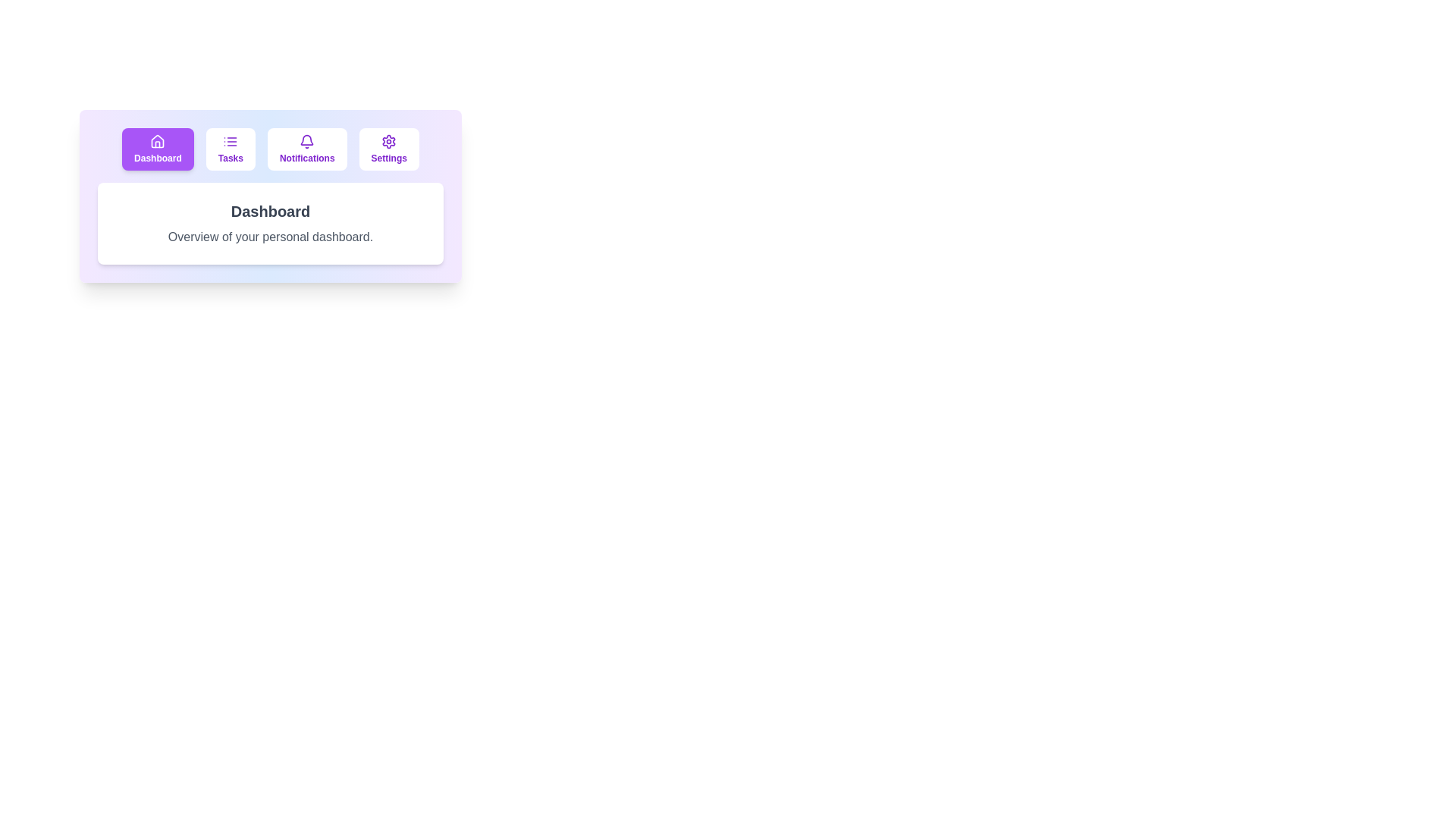  I want to click on the tab labeled Dashboard, so click(157, 149).